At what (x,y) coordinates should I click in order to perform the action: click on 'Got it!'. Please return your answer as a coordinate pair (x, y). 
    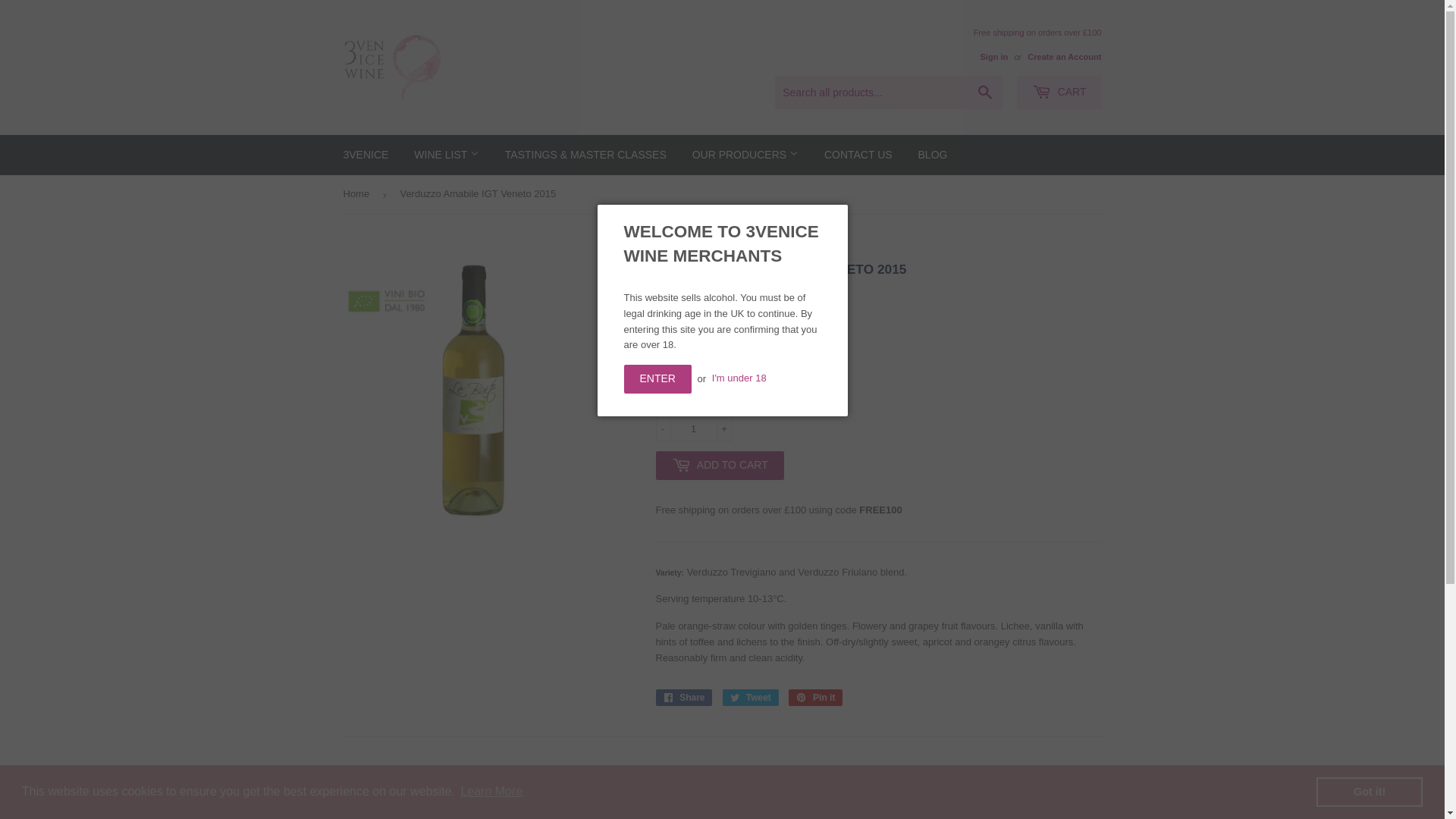
    Looking at the image, I should click on (1316, 791).